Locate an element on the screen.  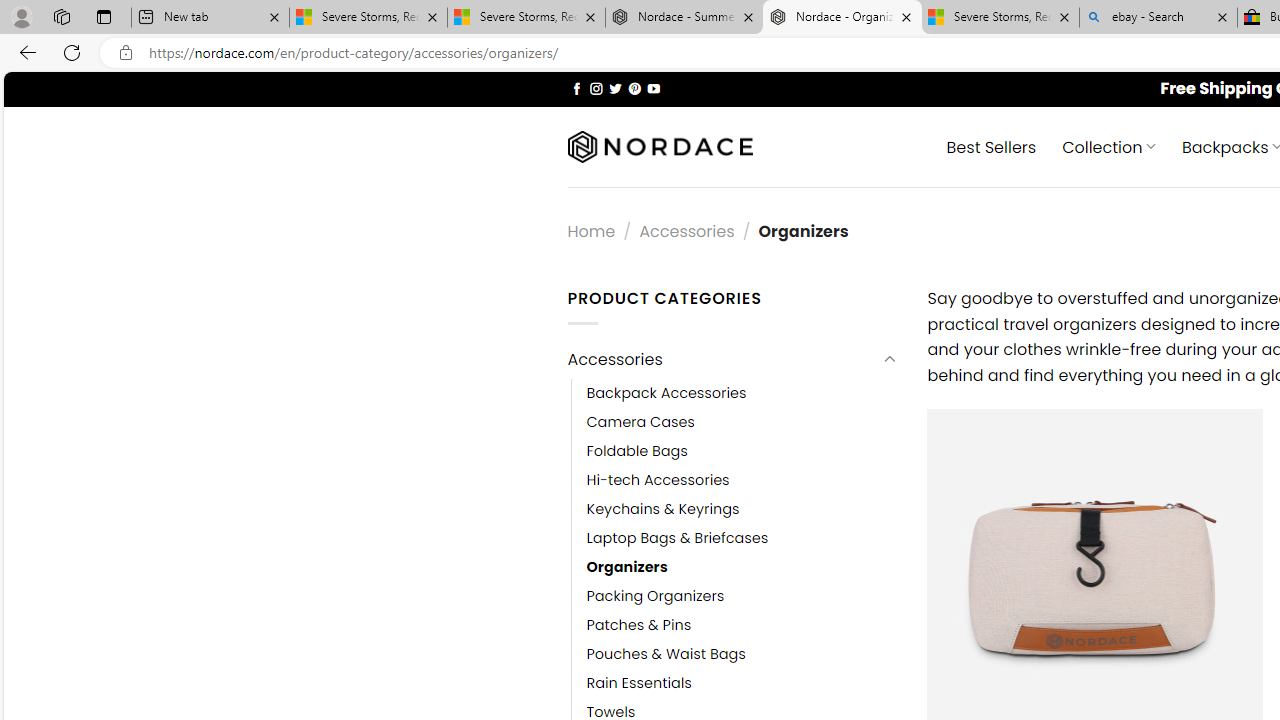
'Refresh' is located at coordinates (72, 51).